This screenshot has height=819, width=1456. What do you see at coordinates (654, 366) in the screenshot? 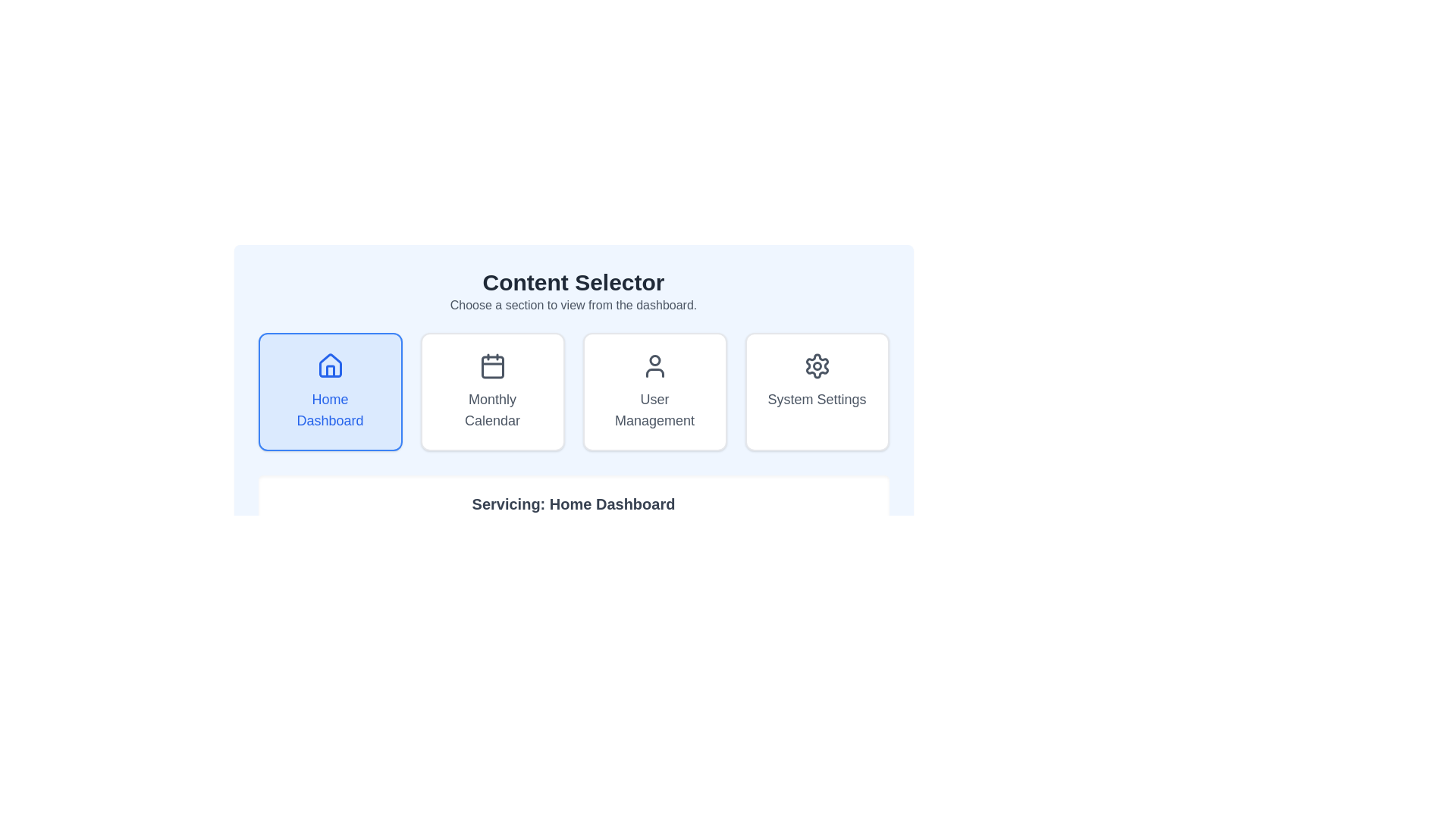
I see `the user profile icon located within the 'User Management' section of the content selector interface, which features a circular head and a semi-elliptical body with a dark gray outline` at bounding box center [654, 366].